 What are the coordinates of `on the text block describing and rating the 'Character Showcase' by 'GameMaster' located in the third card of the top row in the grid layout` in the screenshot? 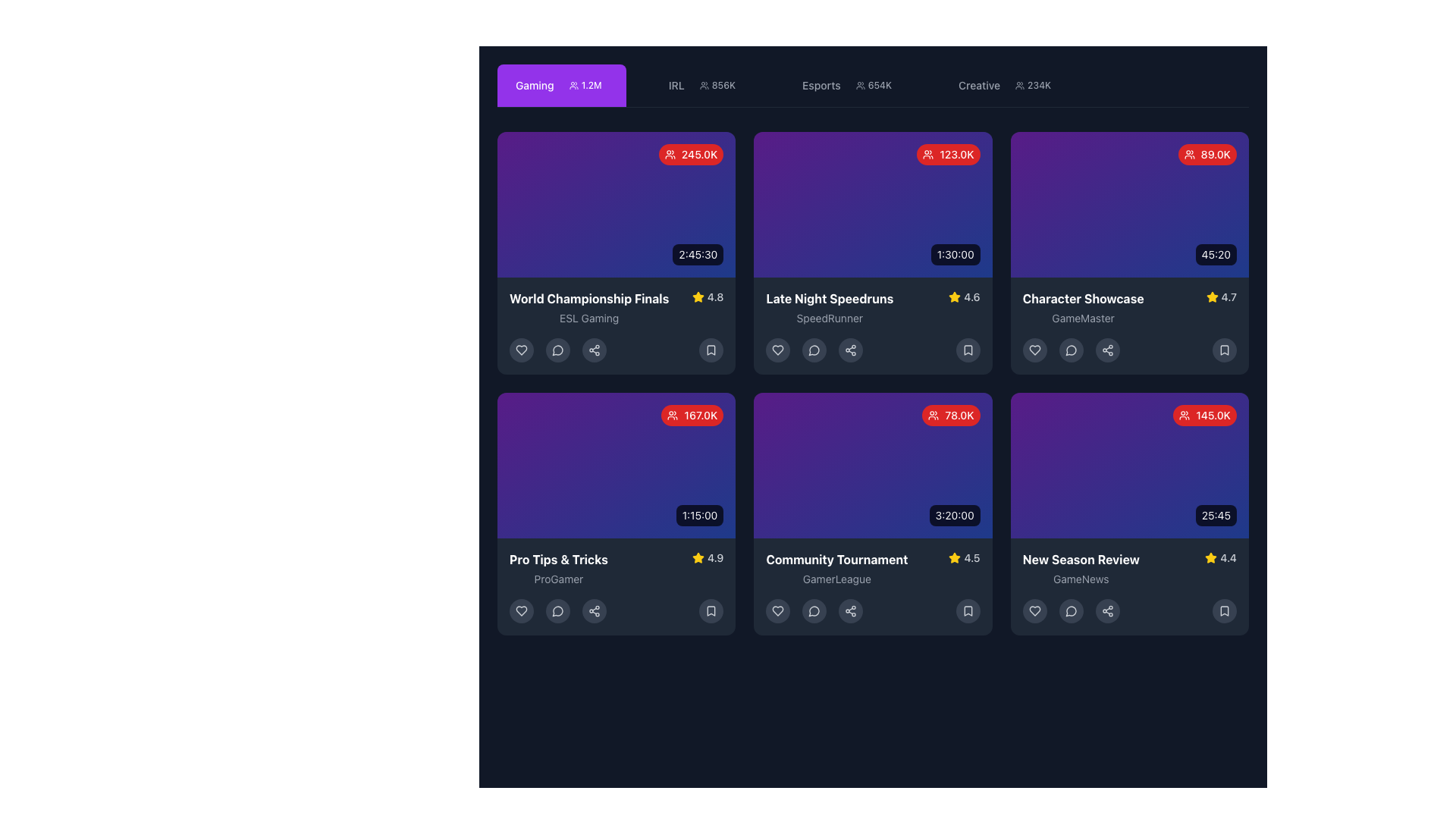 It's located at (1129, 307).